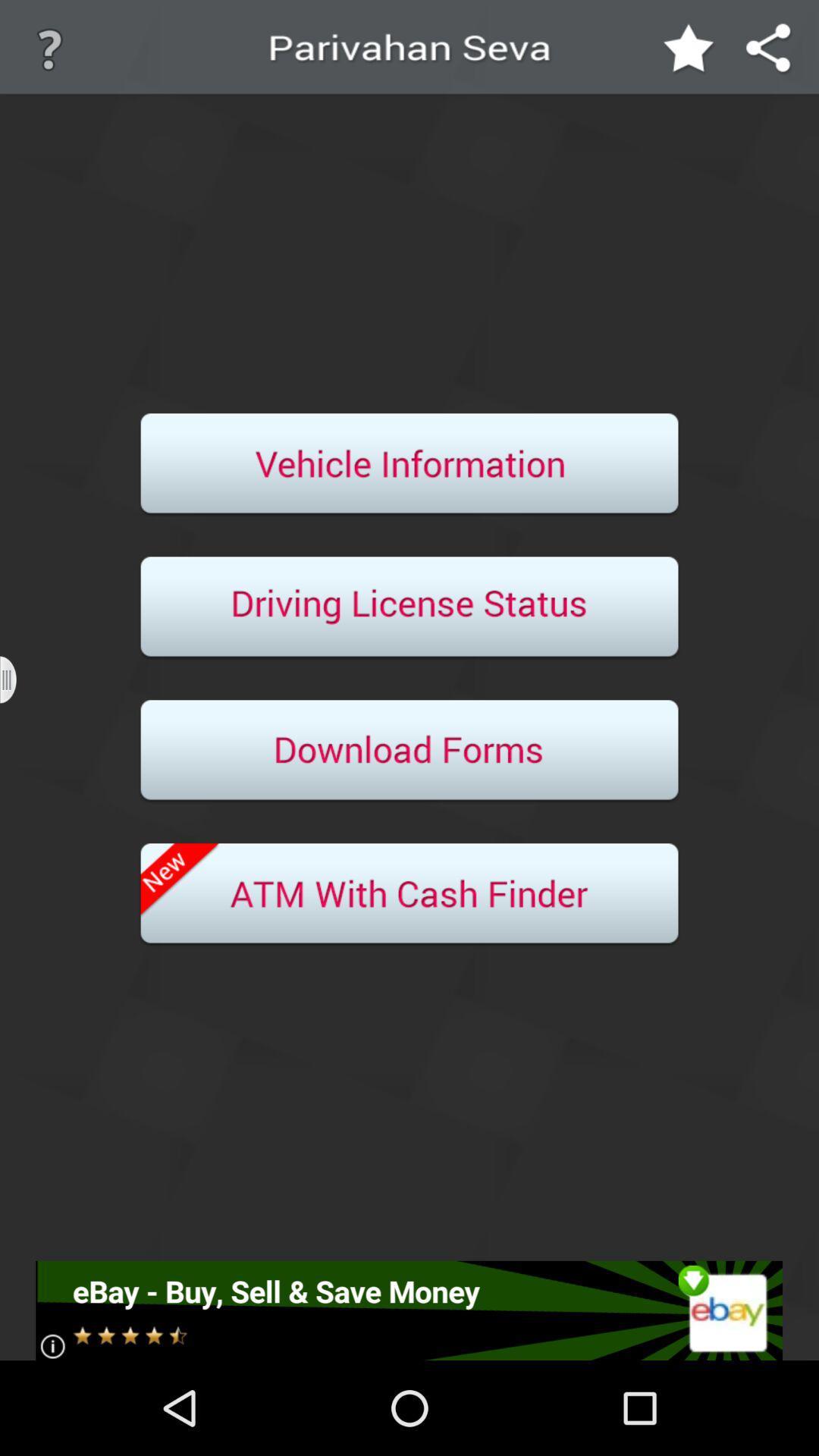 This screenshot has width=819, height=1456. Describe the element at coordinates (17, 726) in the screenshot. I see `the menu icon` at that location.